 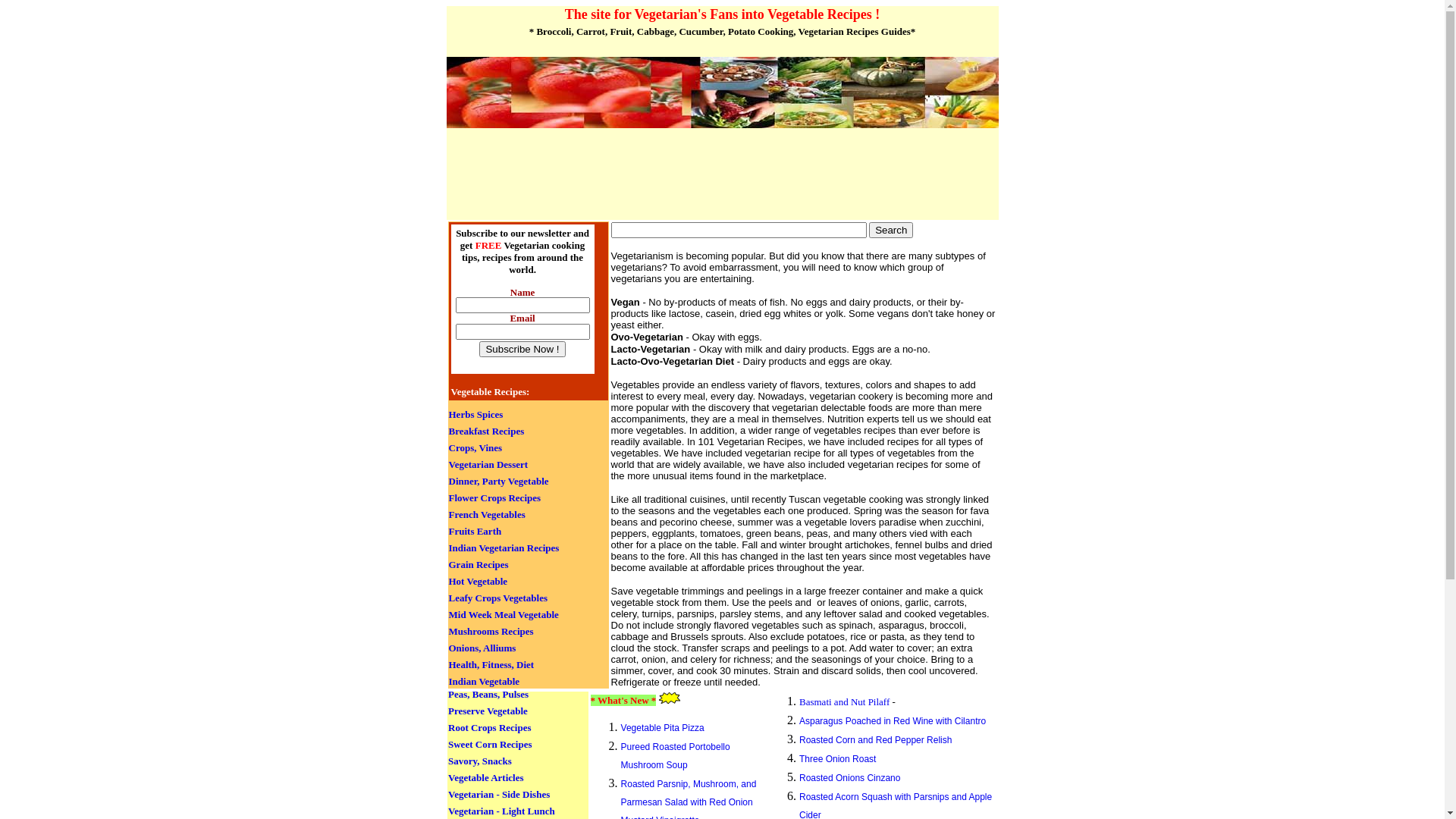 I want to click on 'Leafy Crops Vegetables', so click(x=498, y=597).